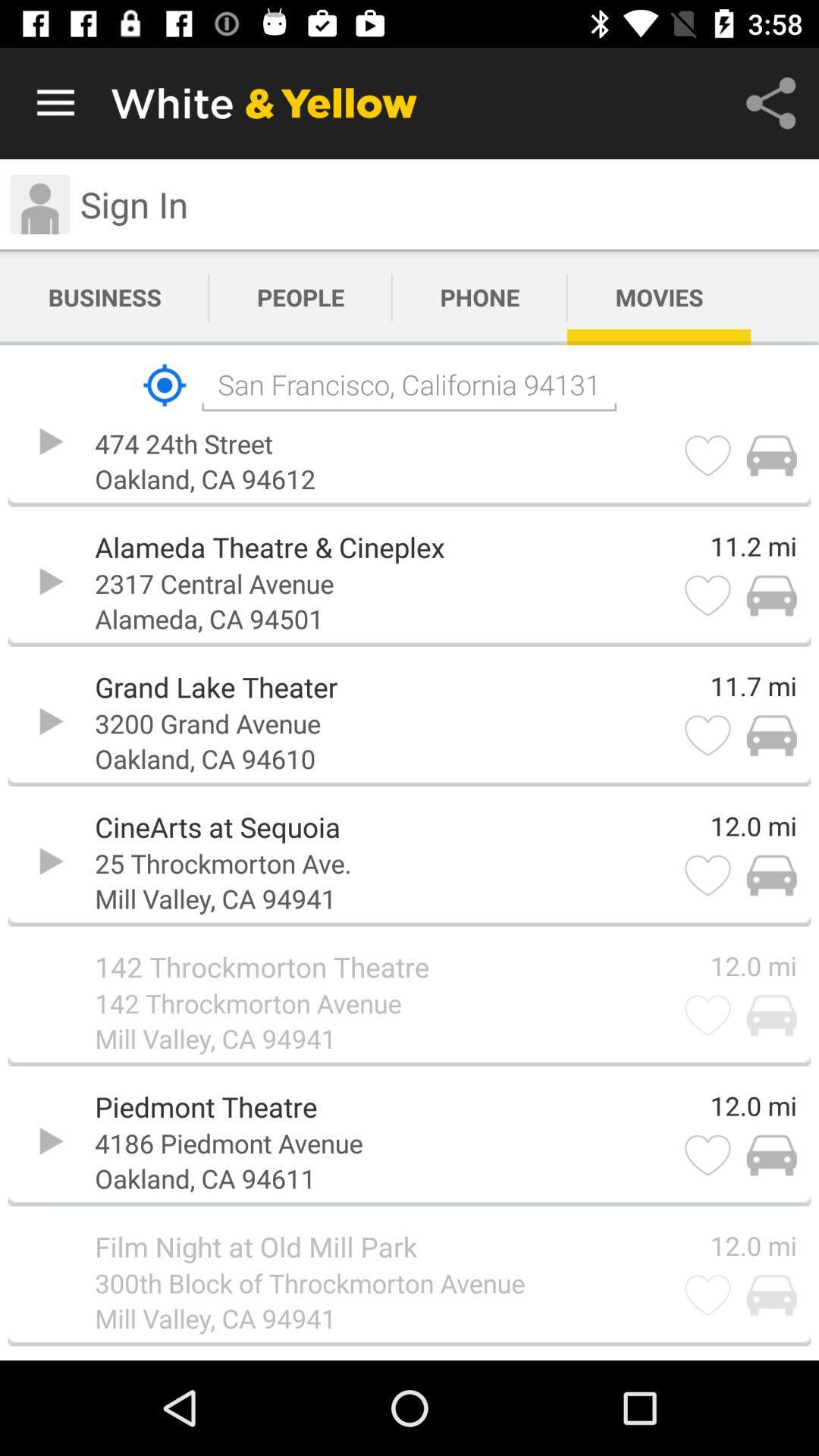 This screenshot has width=819, height=1456. What do you see at coordinates (165, 385) in the screenshot?
I see `item to the left of san francisco california icon` at bounding box center [165, 385].